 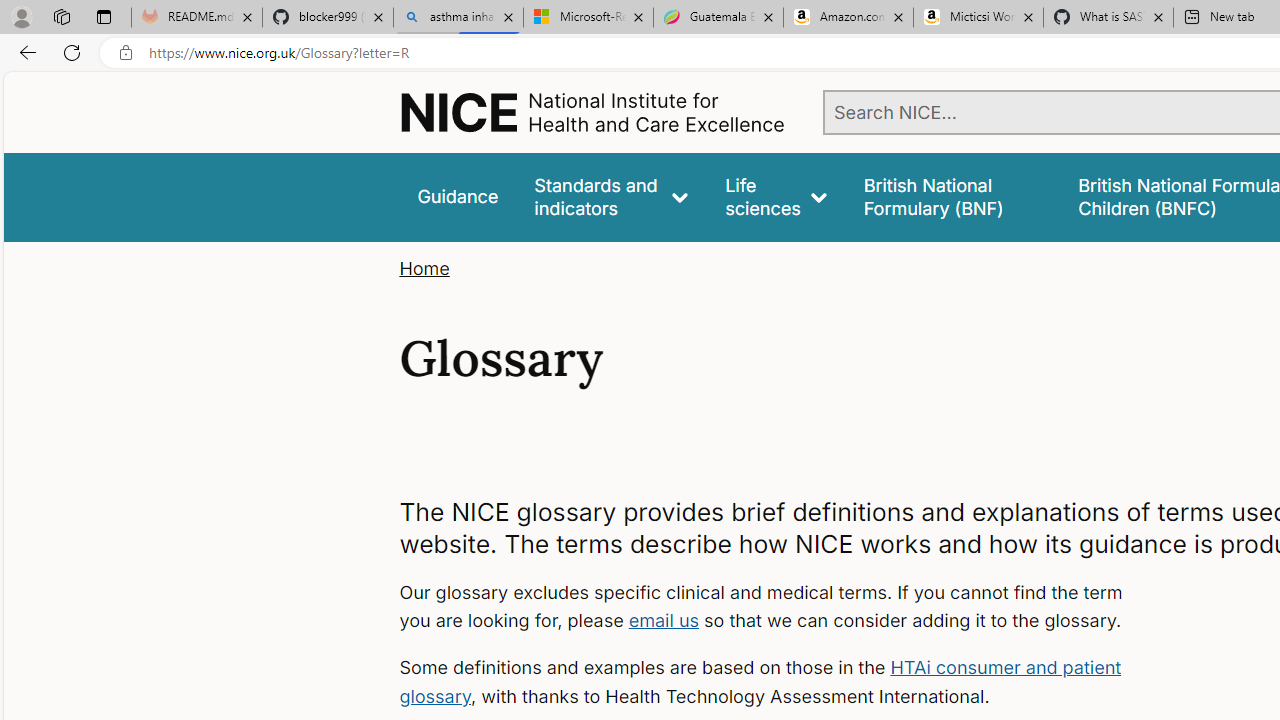 What do you see at coordinates (423, 267) in the screenshot?
I see `'Home'` at bounding box center [423, 267].